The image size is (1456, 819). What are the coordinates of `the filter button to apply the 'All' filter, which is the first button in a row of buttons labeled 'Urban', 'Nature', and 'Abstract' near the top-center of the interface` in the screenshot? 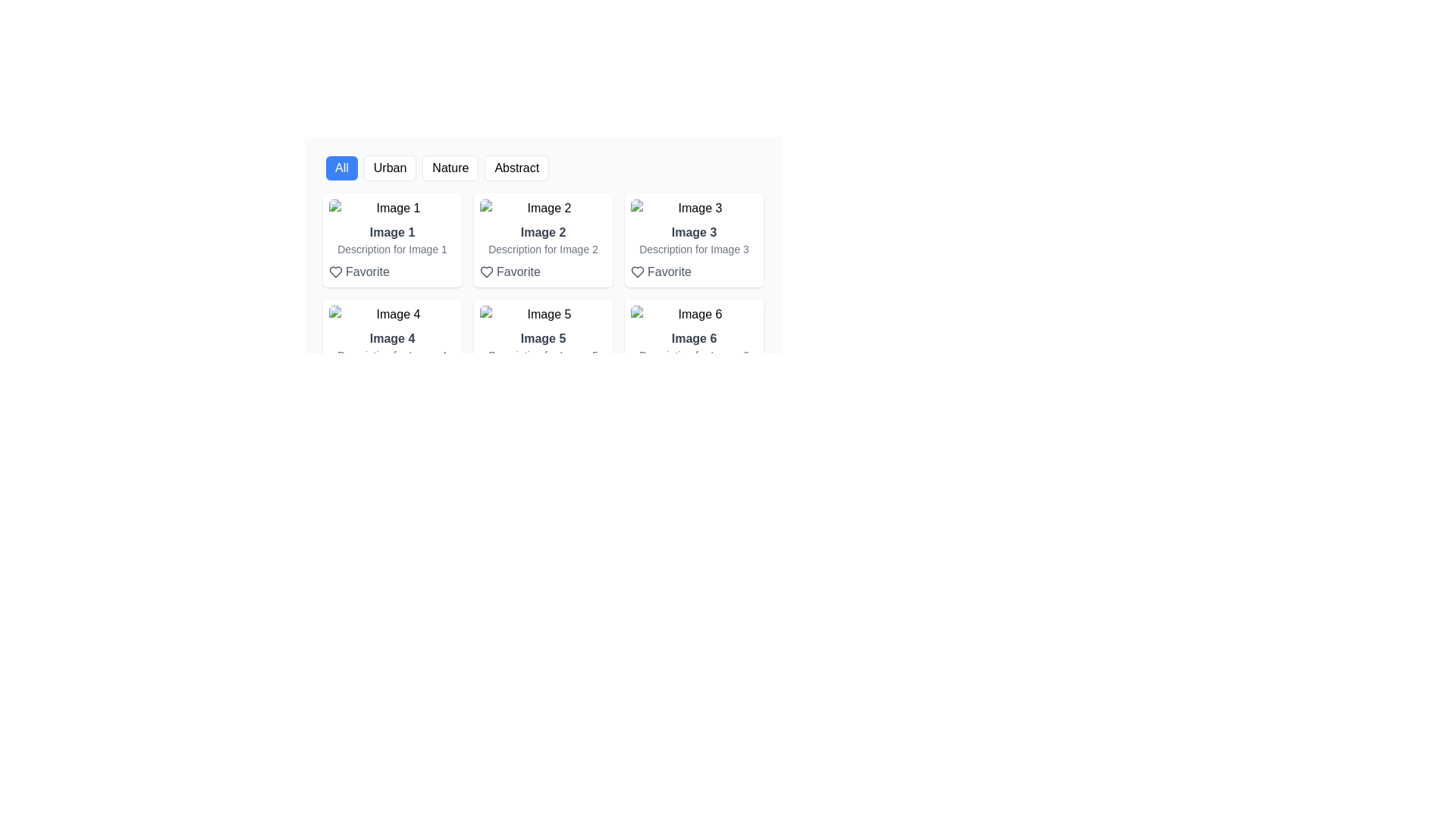 It's located at (340, 168).